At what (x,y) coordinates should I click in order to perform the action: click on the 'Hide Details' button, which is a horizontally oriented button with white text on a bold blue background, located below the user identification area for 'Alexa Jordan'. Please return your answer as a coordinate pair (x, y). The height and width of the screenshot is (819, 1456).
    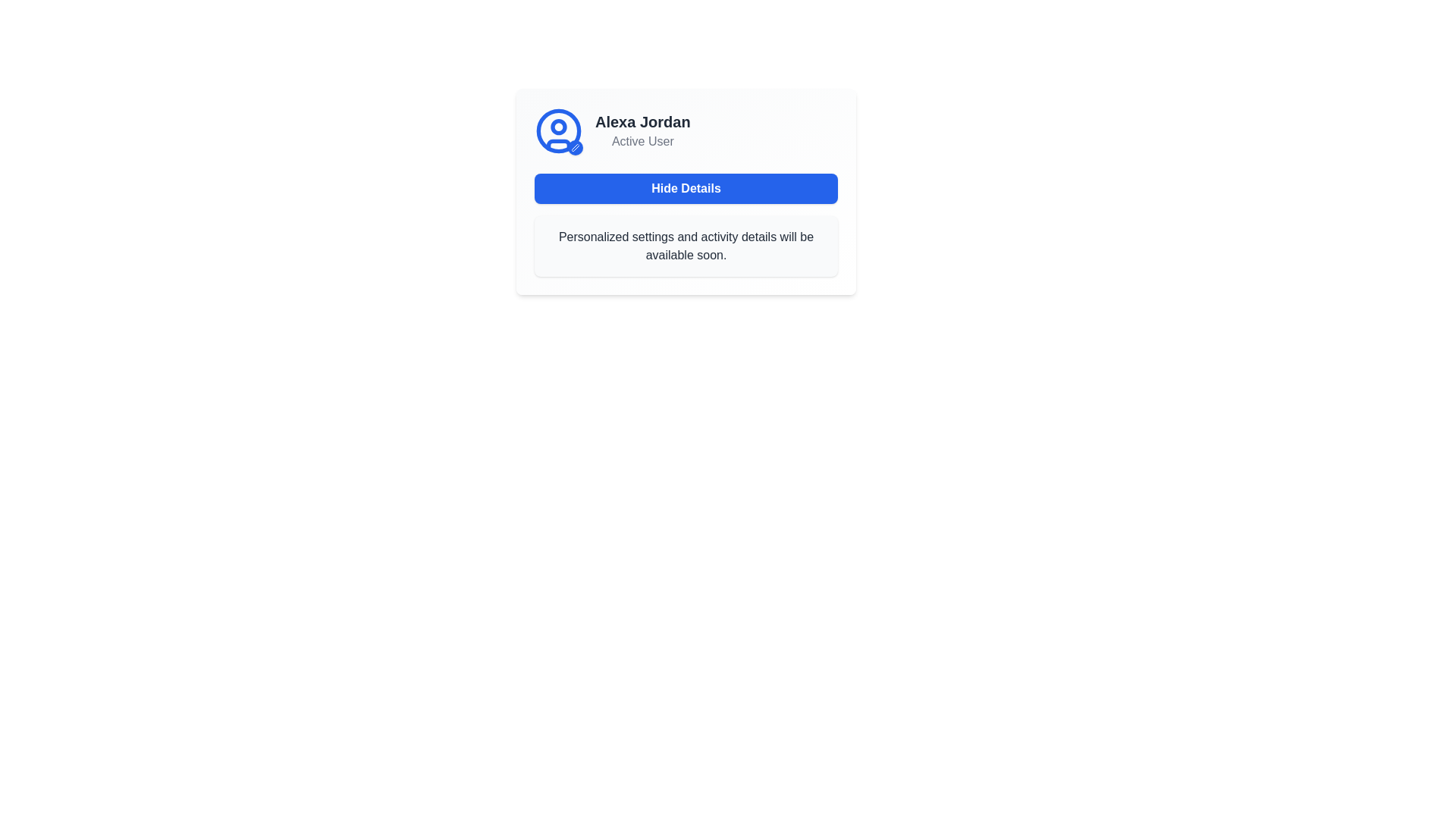
    Looking at the image, I should click on (686, 188).